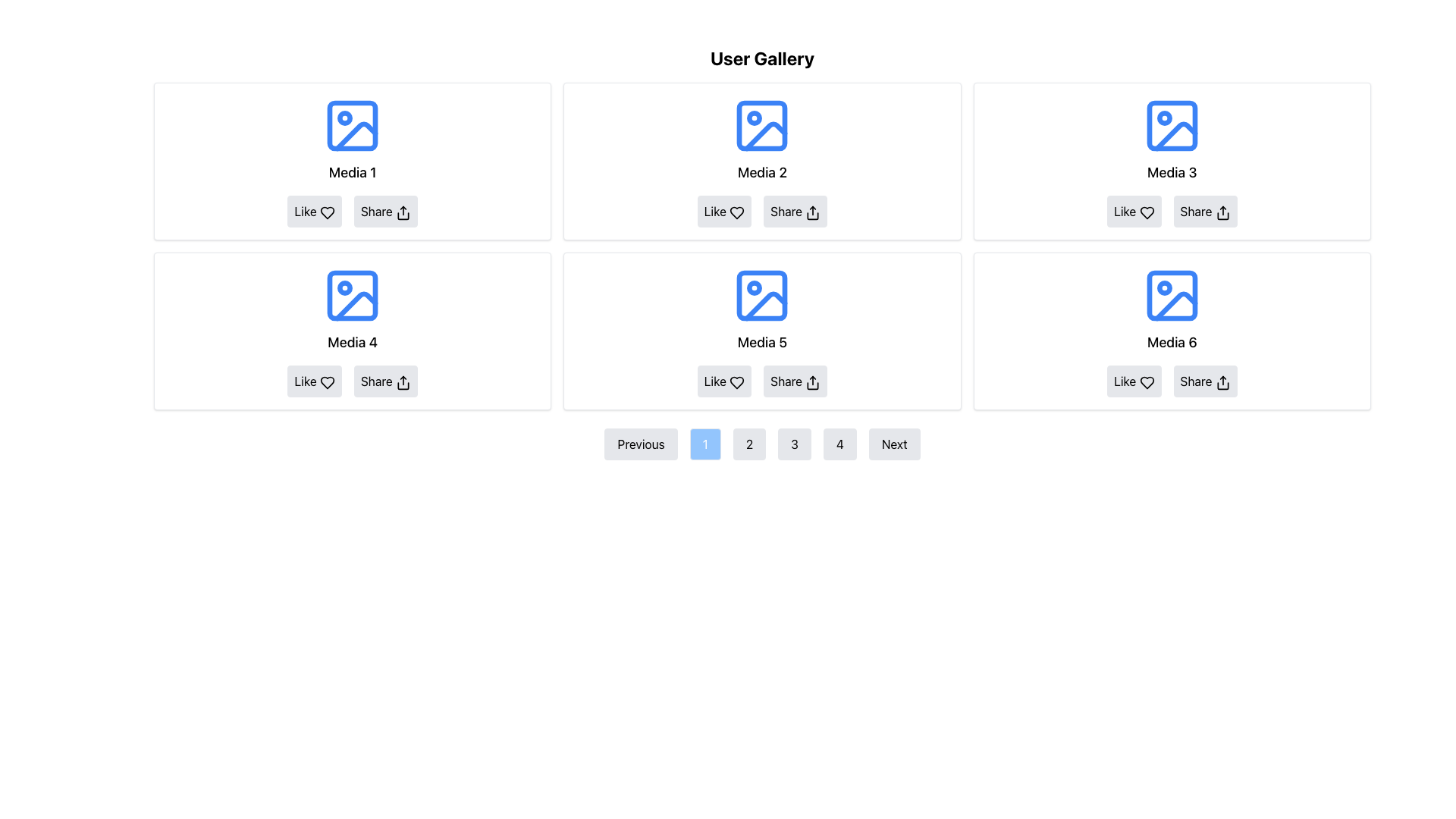 Image resolution: width=1456 pixels, height=819 pixels. I want to click on the 'Like' button, which is a light gray button with rounded corners and a heart icon, located directly under the 'Media 1' section in the top-left quadrant of the interface, so click(313, 211).